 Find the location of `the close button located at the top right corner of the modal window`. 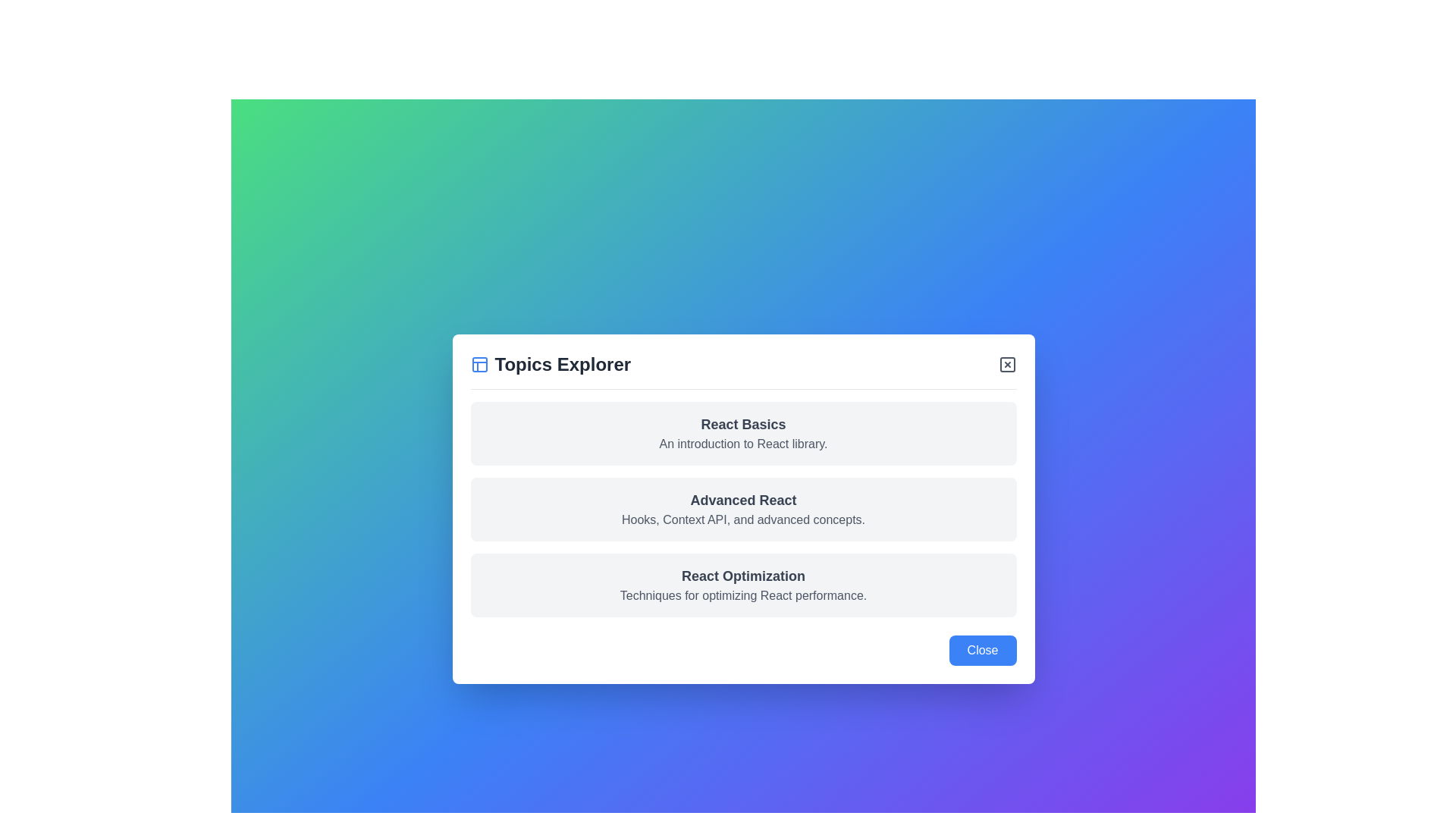

the close button located at the top right corner of the modal window is located at coordinates (1007, 364).